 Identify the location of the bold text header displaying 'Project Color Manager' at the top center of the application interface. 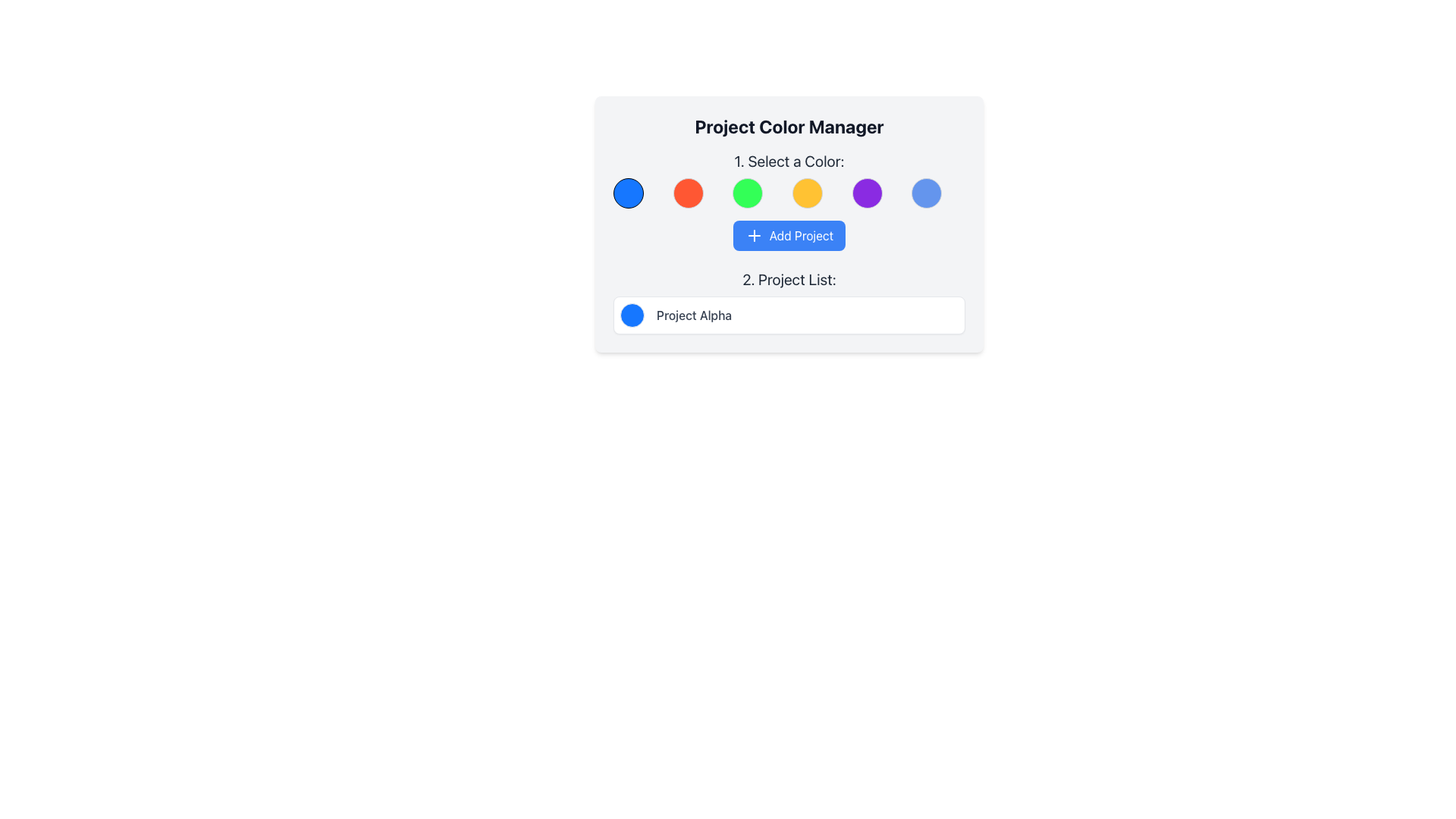
(789, 125).